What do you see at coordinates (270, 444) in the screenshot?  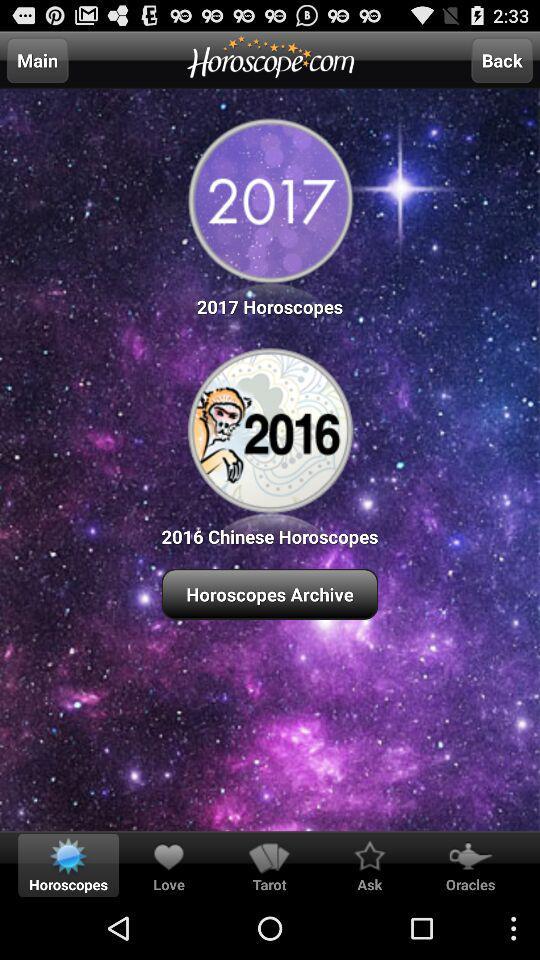 I see `2016 chinese horoscopes item` at bounding box center [270, 444].